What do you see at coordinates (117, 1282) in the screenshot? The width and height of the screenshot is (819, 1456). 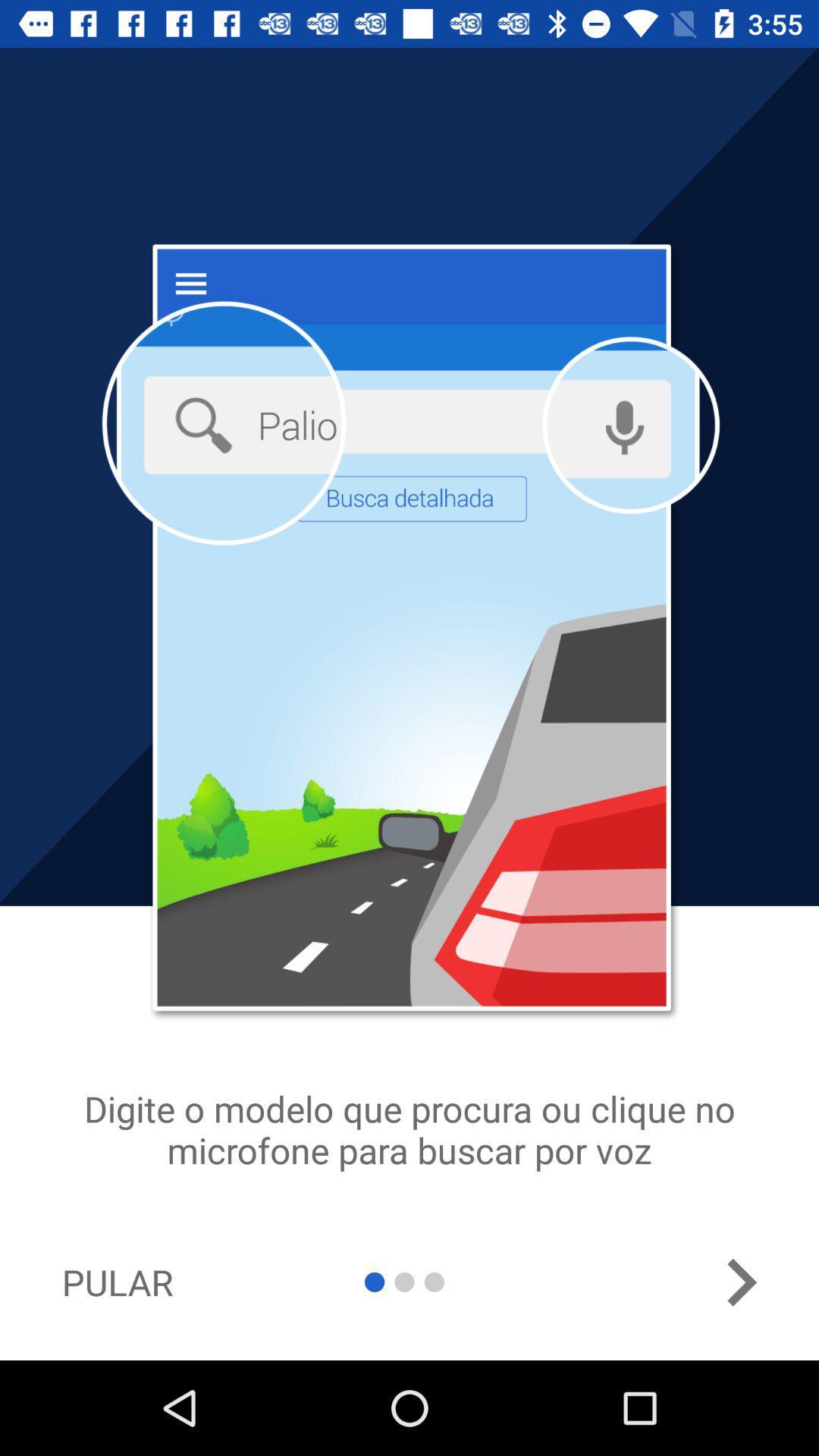 I see `pular` at bounding box center [117, 1282].